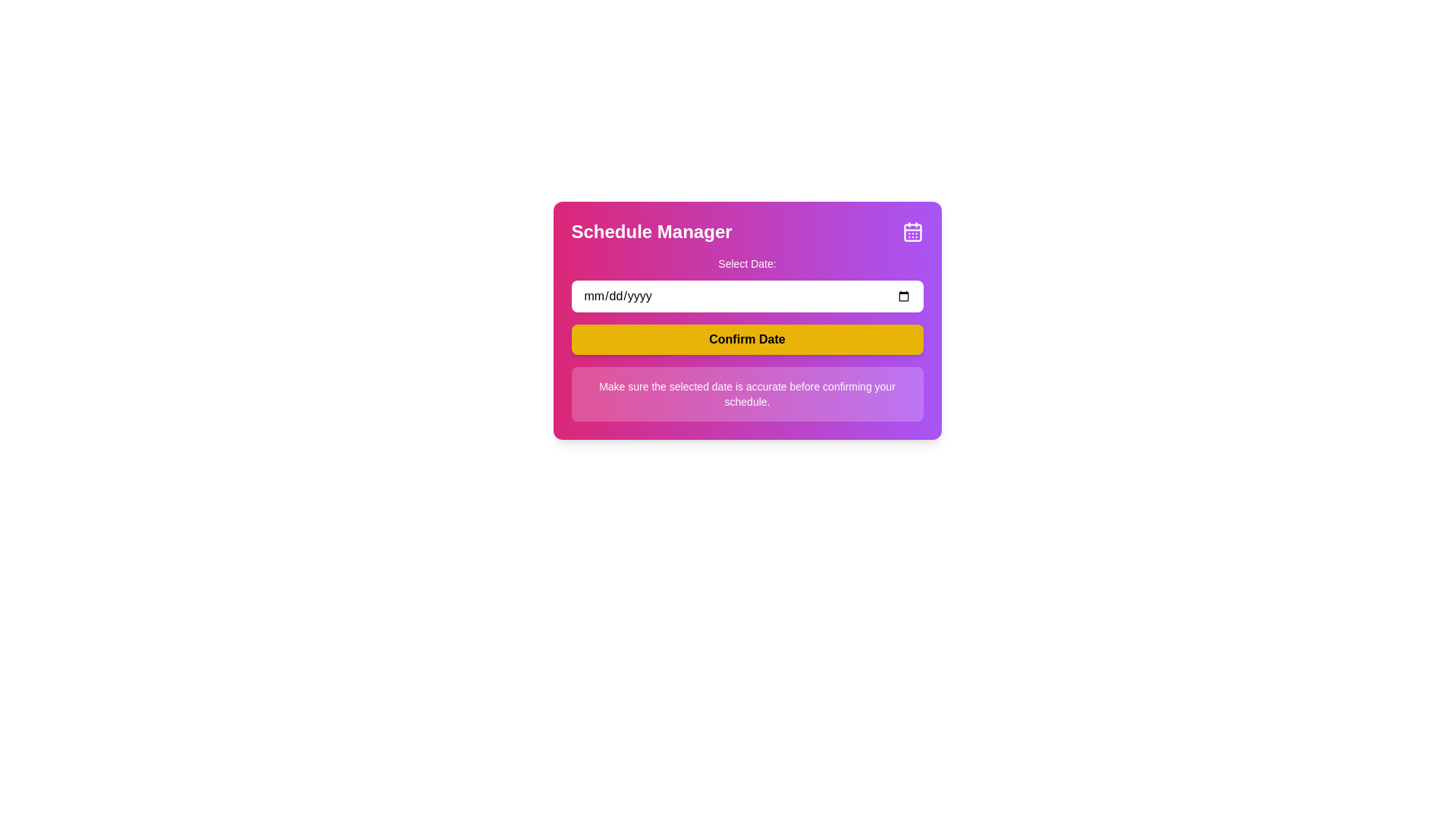 This screenshot has height=819, width=1456. I want to click on the label that provides instructions for the date input field, located in the 'Schedule Manager' section, so click(747, 262).